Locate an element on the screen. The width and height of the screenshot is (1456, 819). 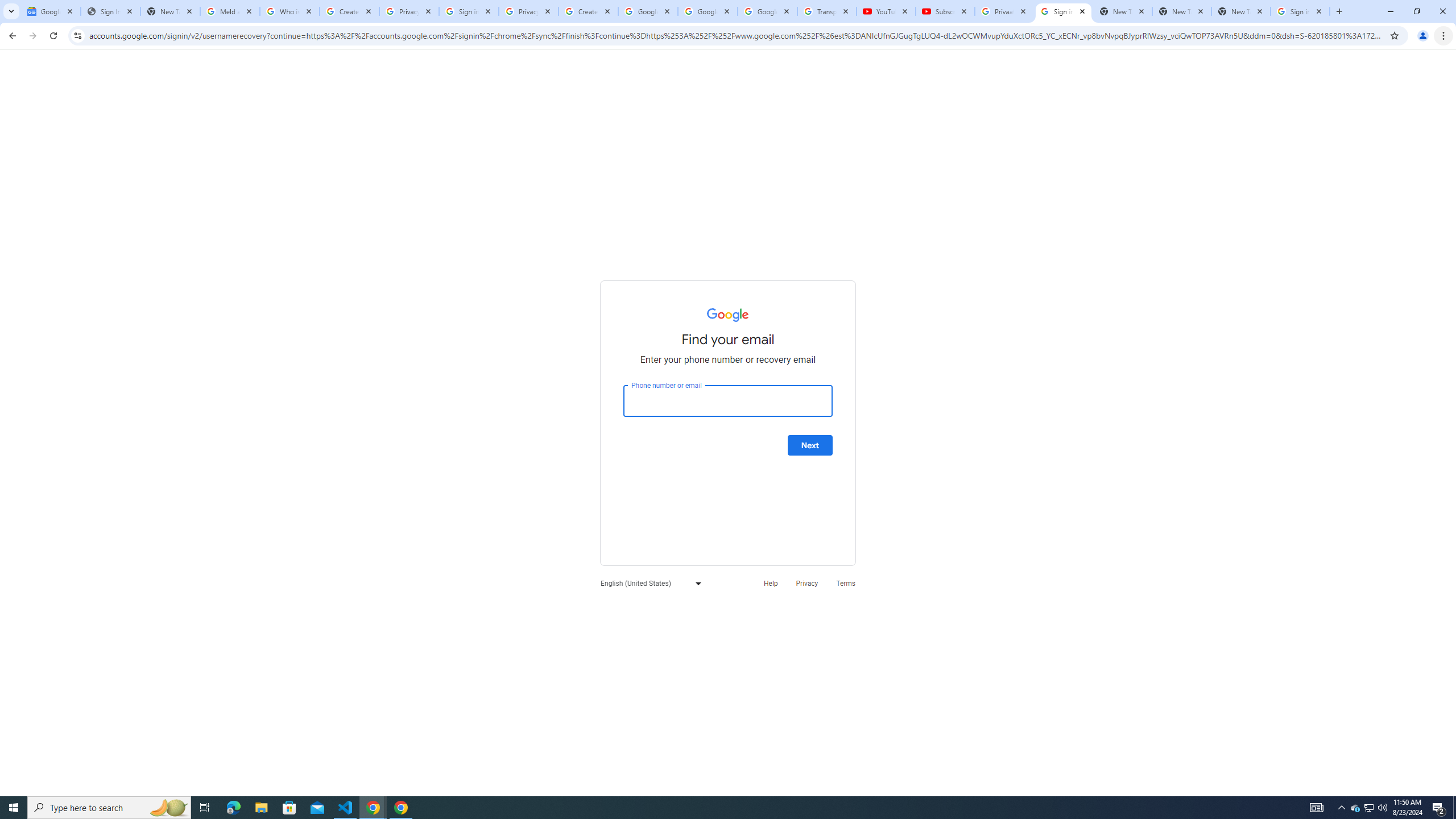
'YouTube' is located at coordinates (886, 11).